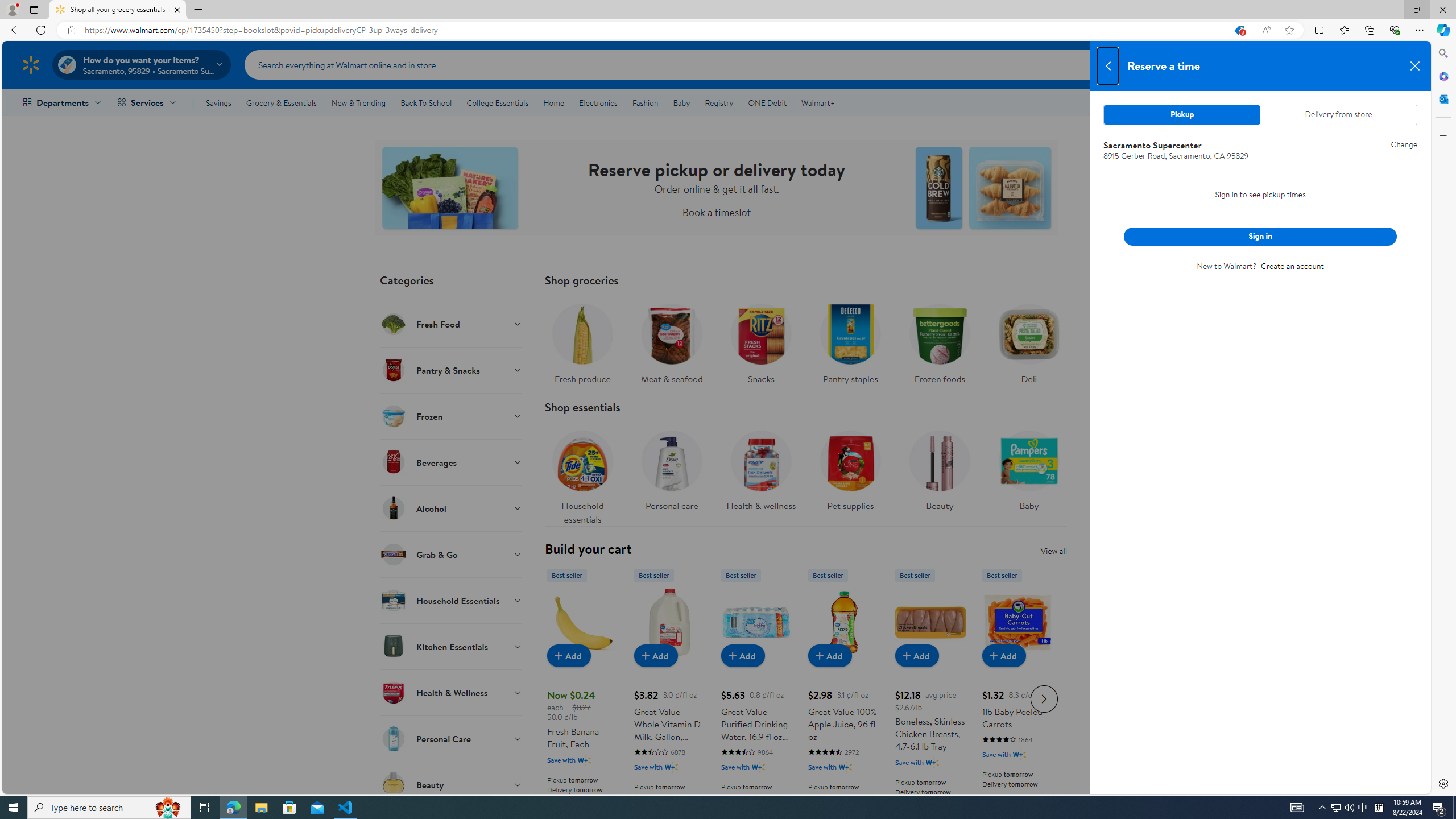 The width and height of the screenshot is (1456, 819). Describe the element at coordinates (118, 9) in the screenshot. I see `'Shop all your grocery essentials in one place! - Walmart.com'` at that location.